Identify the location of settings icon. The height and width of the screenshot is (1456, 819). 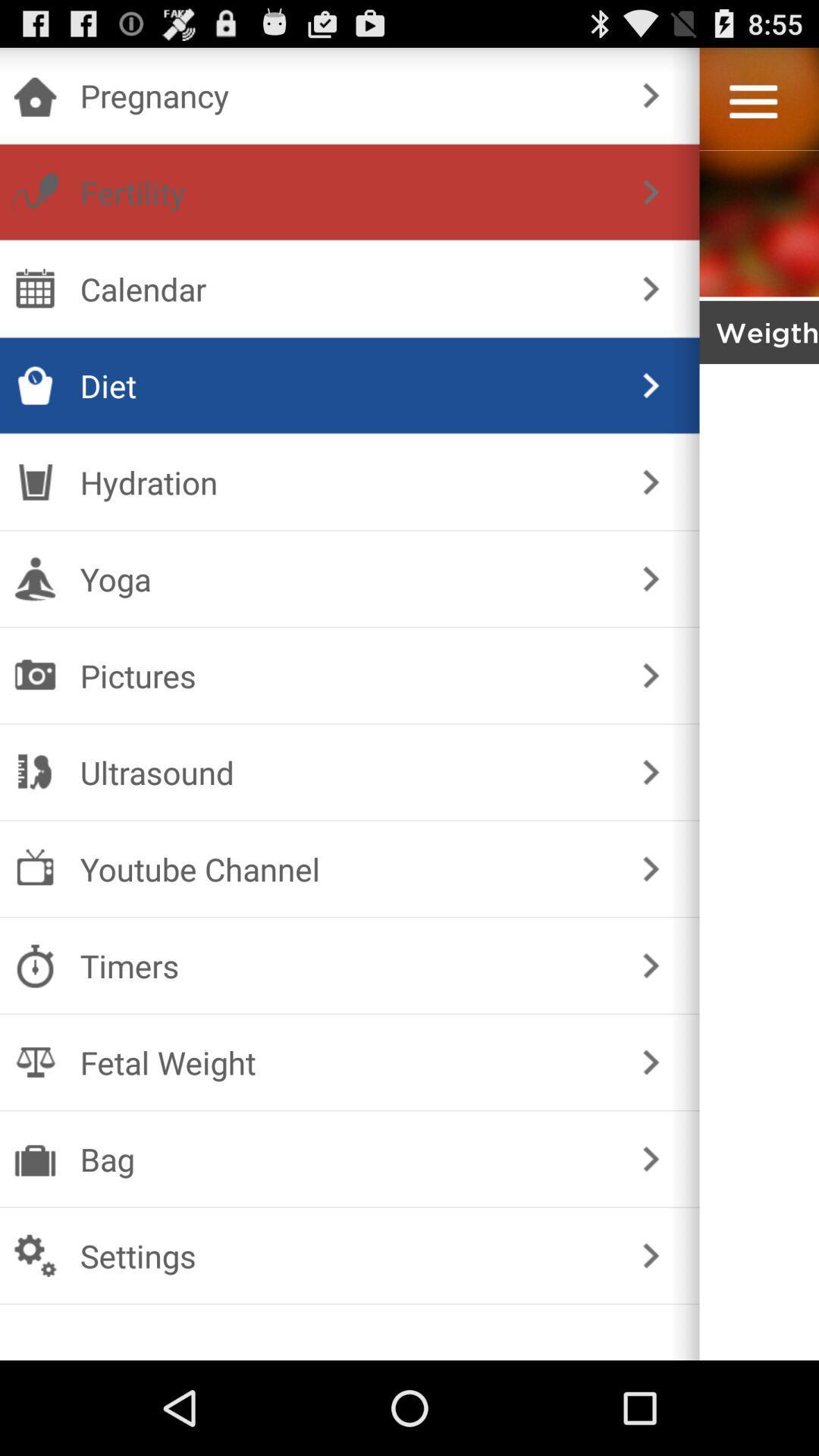
(347, 1256).